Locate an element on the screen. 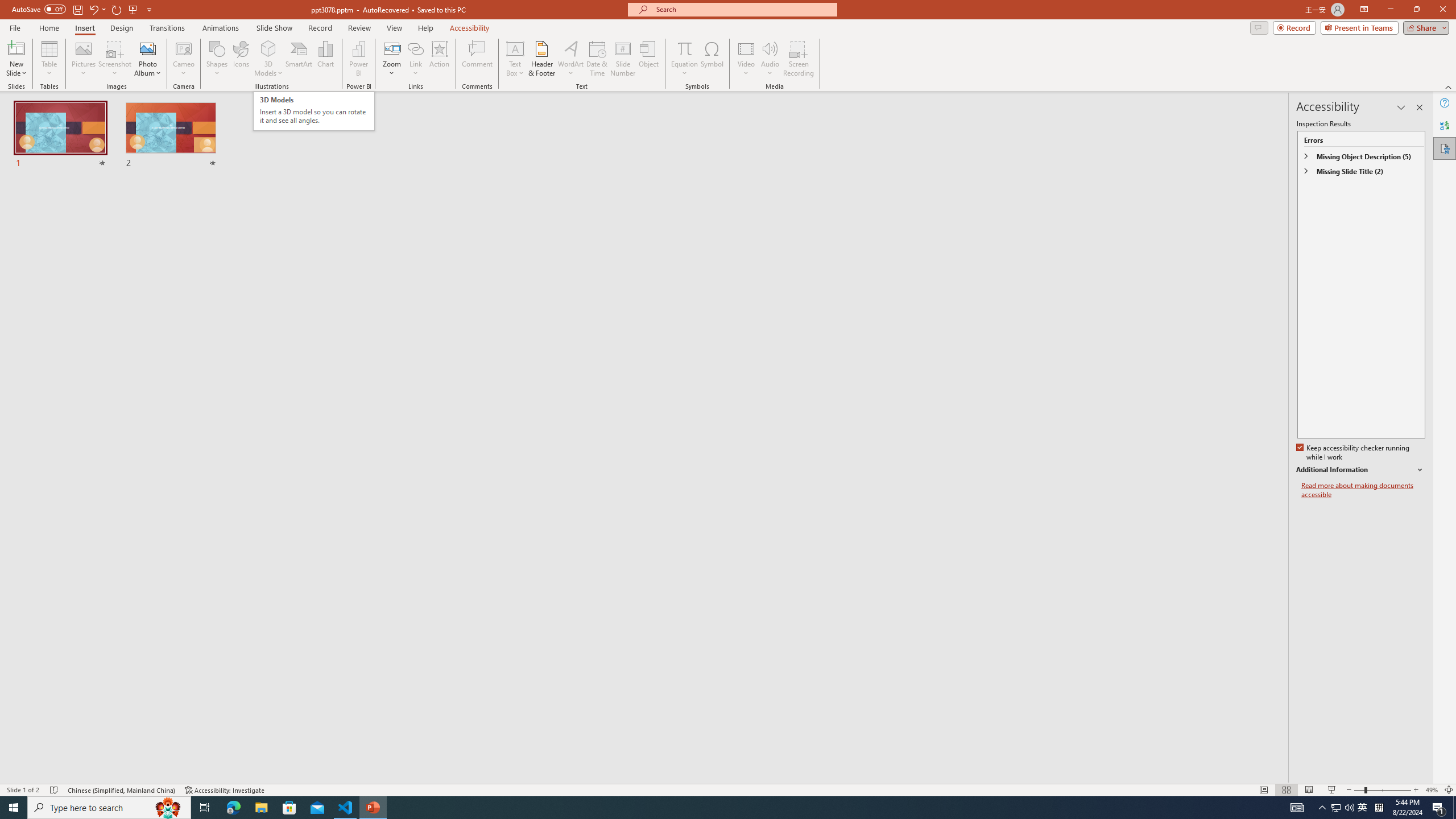  '3D Models' is located at coordinates (268, 48).